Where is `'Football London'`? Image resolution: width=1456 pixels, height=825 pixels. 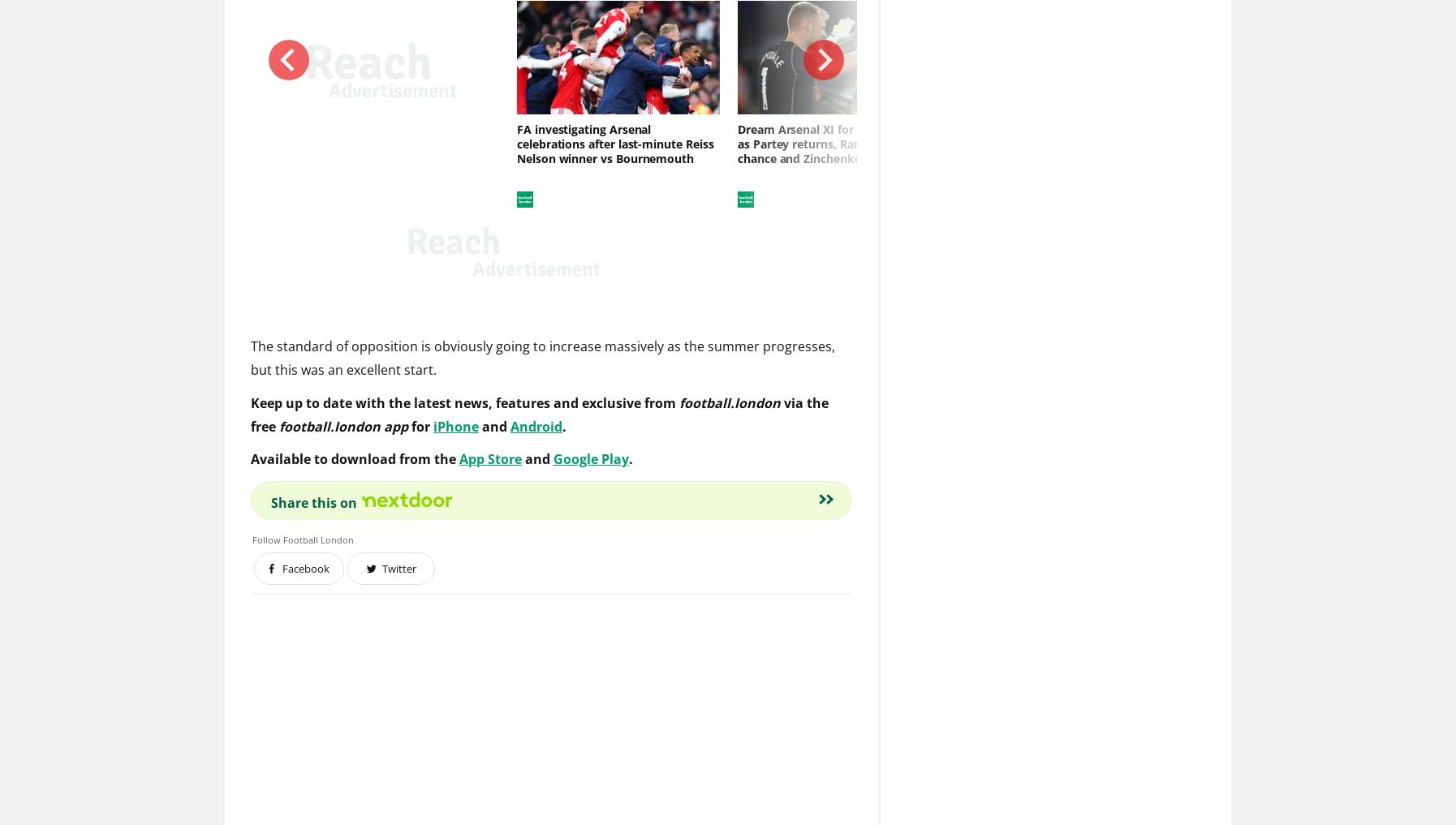 'Football London' is located at coordinates (317, 541).